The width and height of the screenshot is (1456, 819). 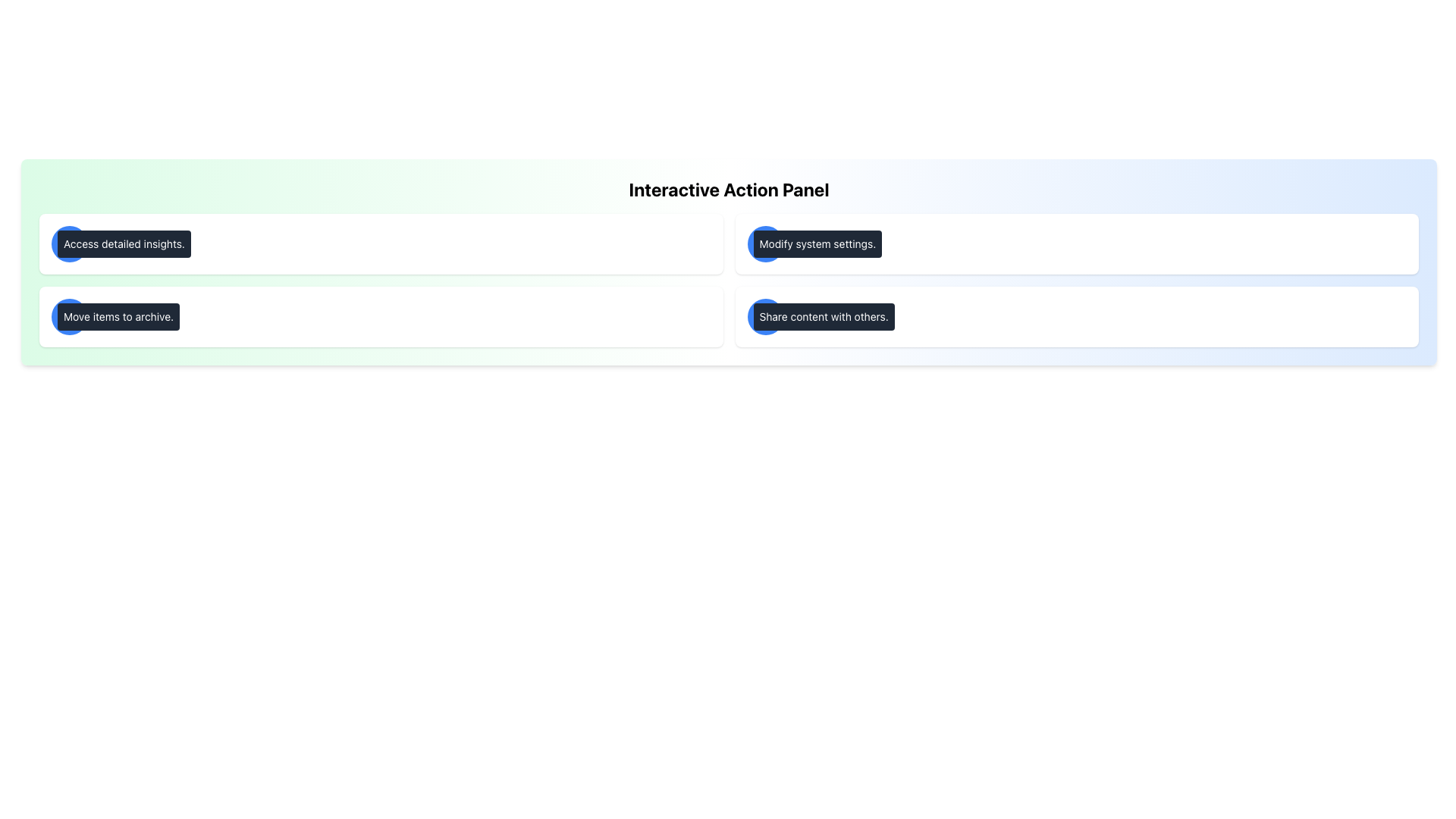 What do you see at coordinates (765, 320) in the screenshot?
I see `the share icon located in the bottom-right section of the 'Interactive Action Panel', under the 'Share content with others' button` at bounding box center [765, 320].